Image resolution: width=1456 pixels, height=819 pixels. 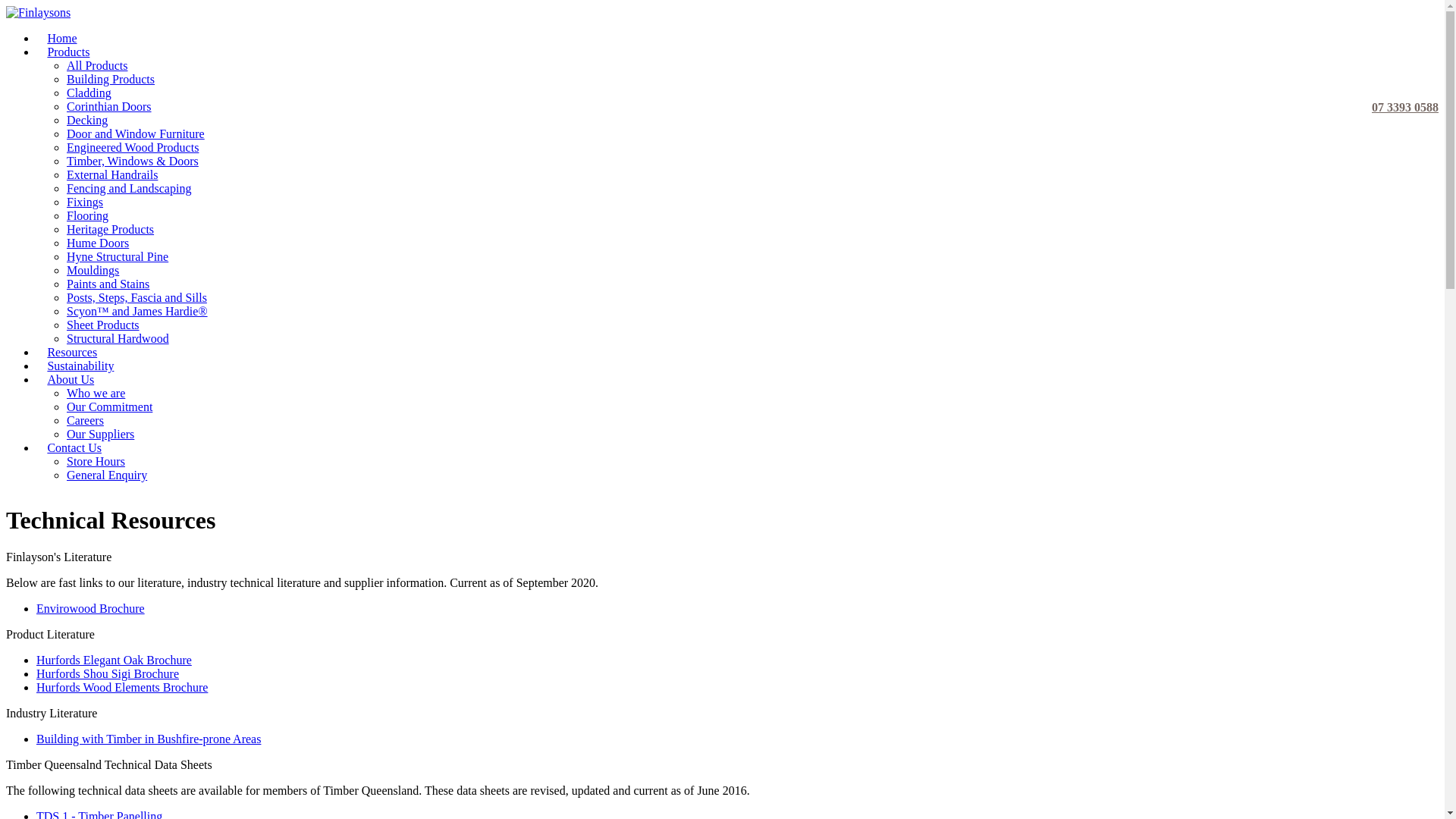 I want to click on 'All Products', so click(x=96, y=64).